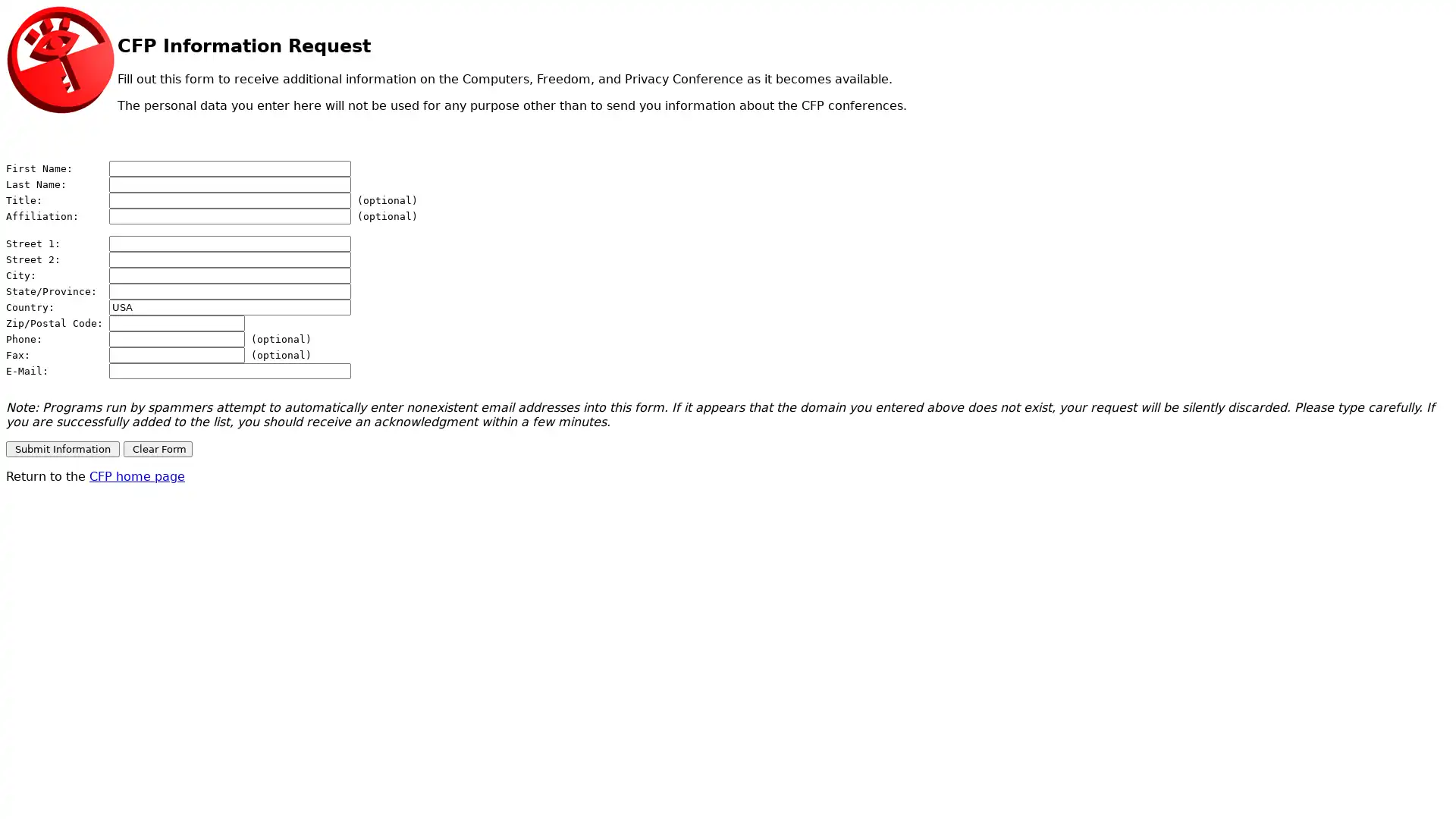 The image size is (1456, 819). Describe the element at coordinates (61, 447) in the screenshot. I see `Submit Information` at that location.